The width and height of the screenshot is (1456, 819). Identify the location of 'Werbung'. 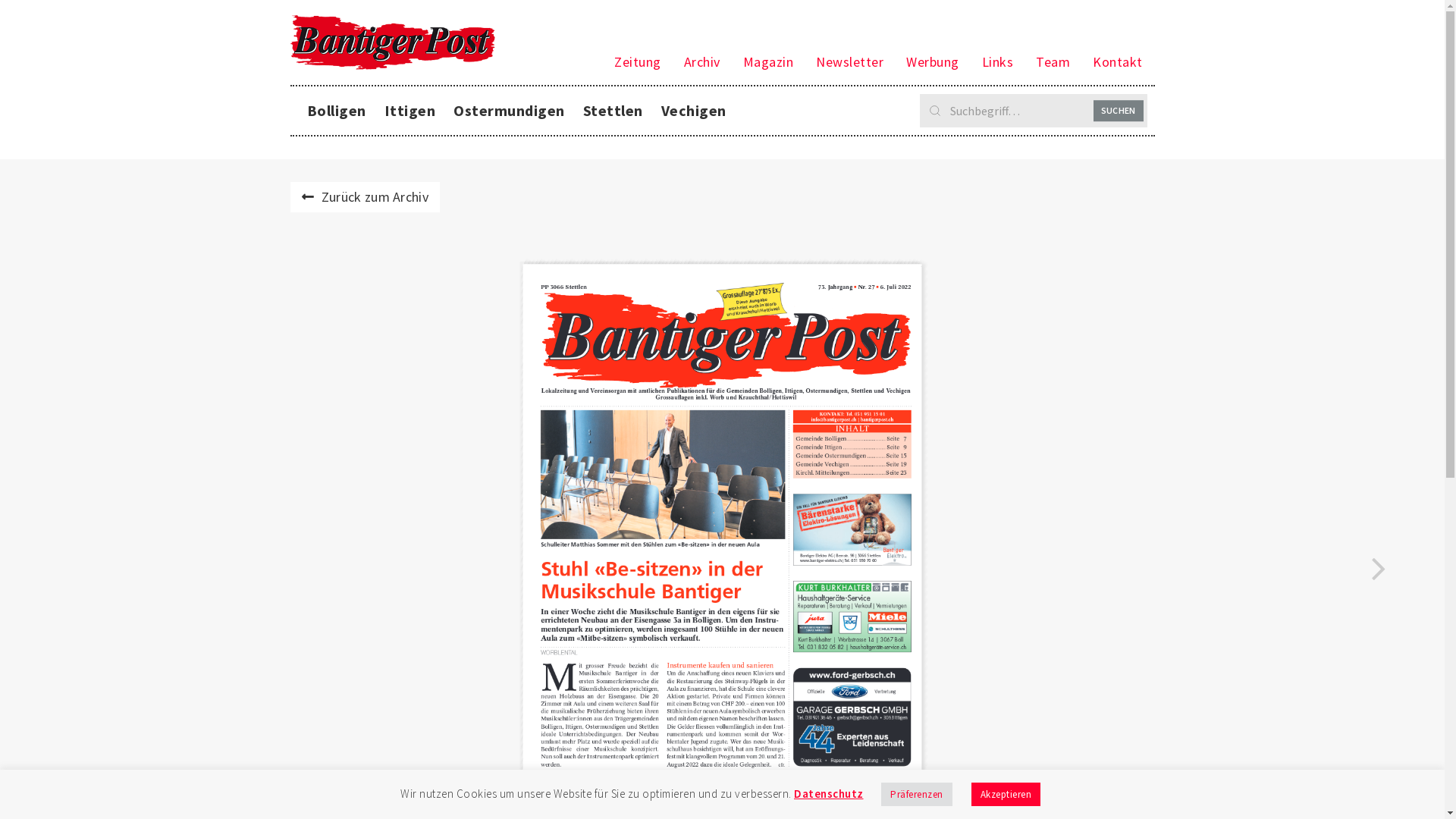
(931, 61).